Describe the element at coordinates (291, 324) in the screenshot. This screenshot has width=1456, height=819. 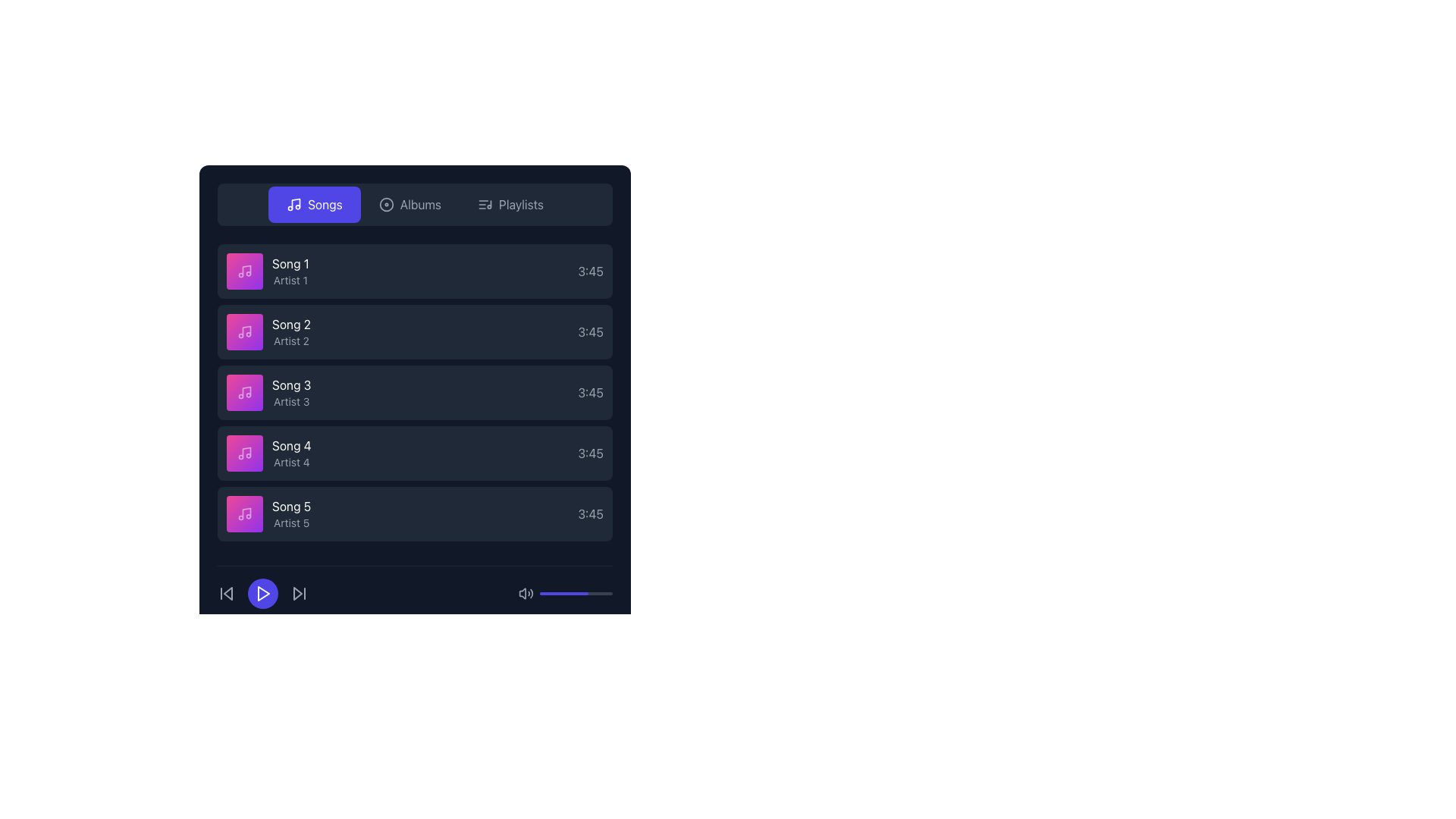
I see `the text label displaying 'Song 2' in white font color, located in the music library interface, which is the first line of text in the second row` at that location.